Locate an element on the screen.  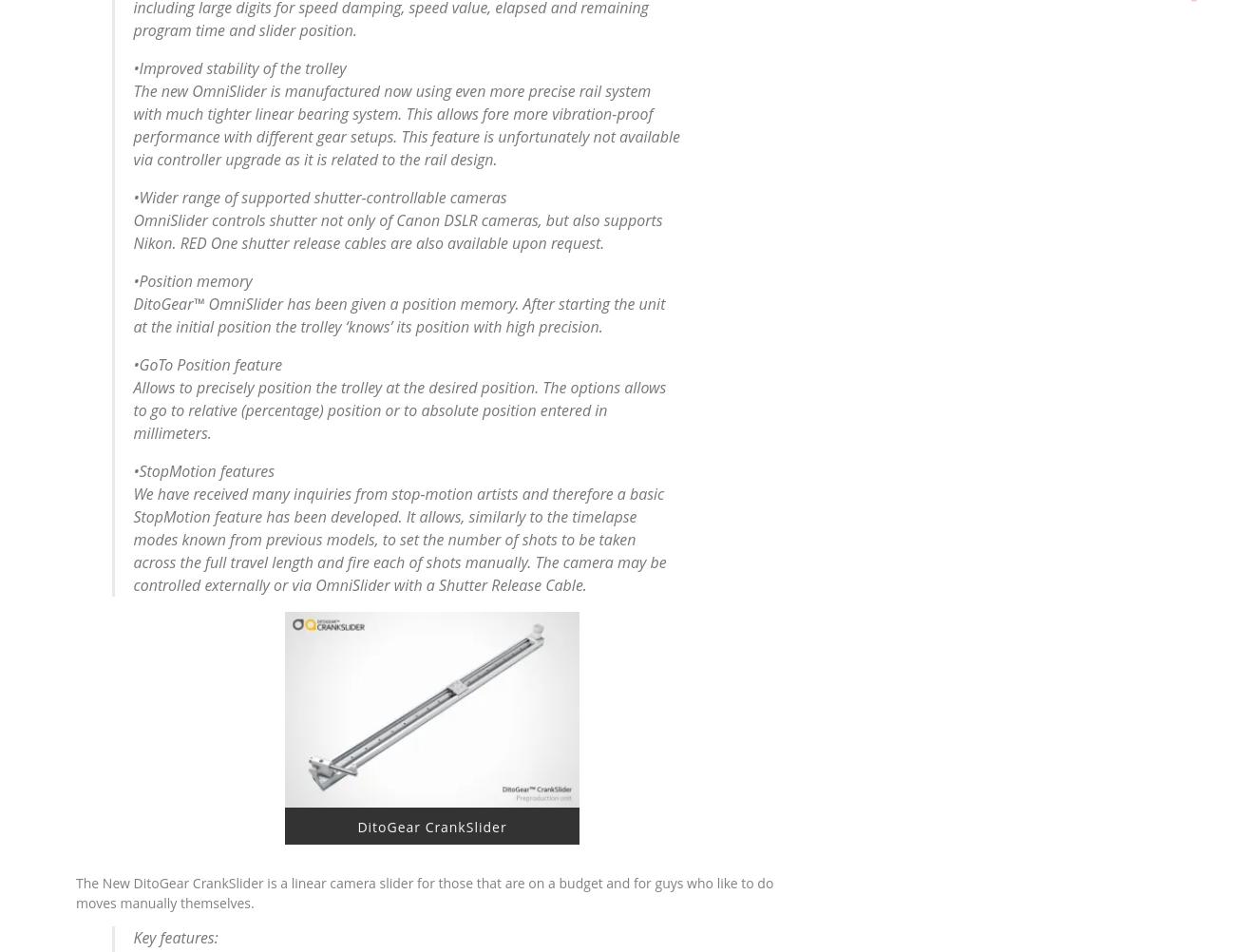
'•GoTo Position feature' is located at coordinates (206, 364).